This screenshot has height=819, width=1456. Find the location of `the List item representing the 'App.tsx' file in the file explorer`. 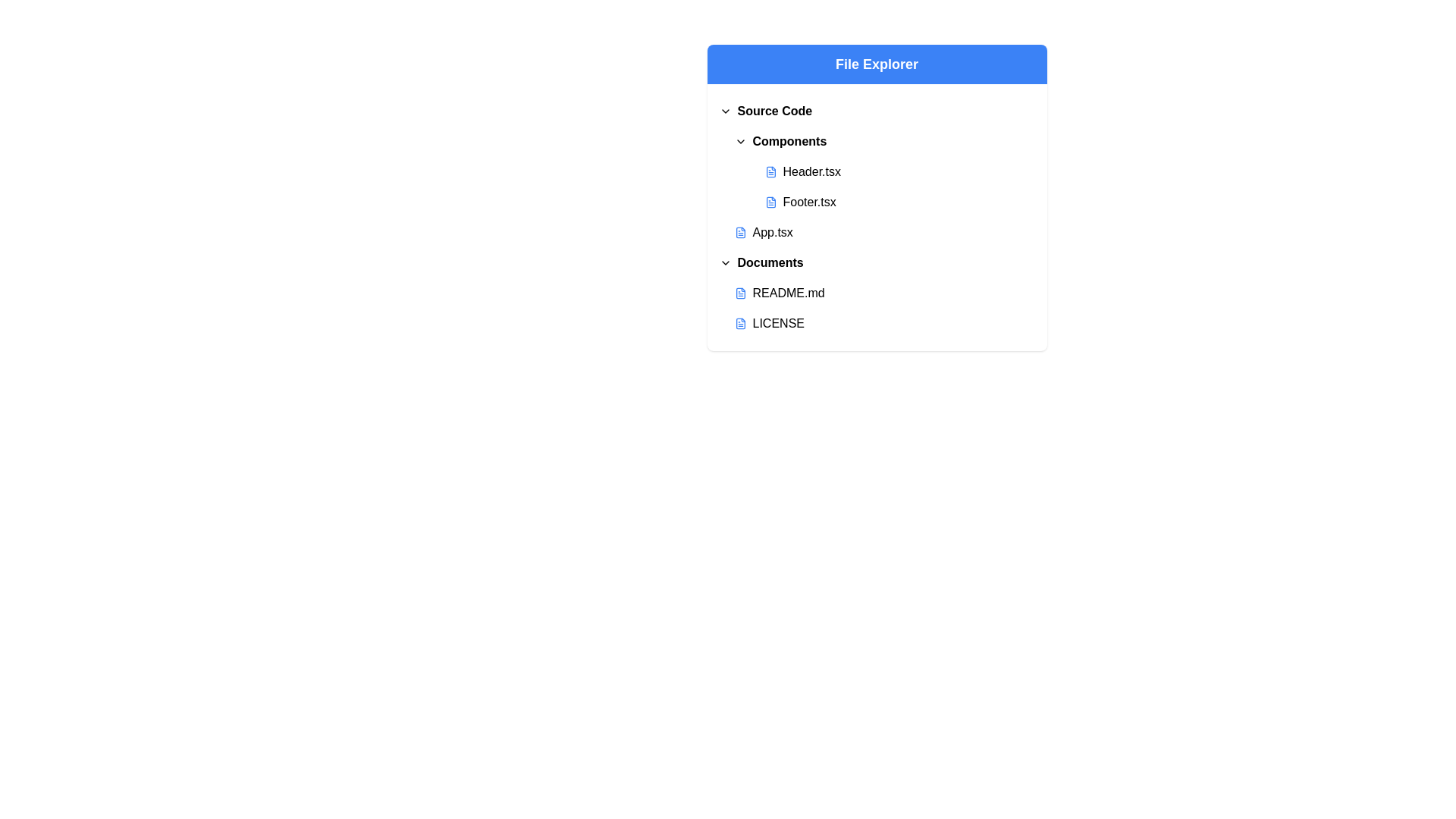

the List item representing the 'App.tsx' file in the file explorer is located at coordinates (884, 233).